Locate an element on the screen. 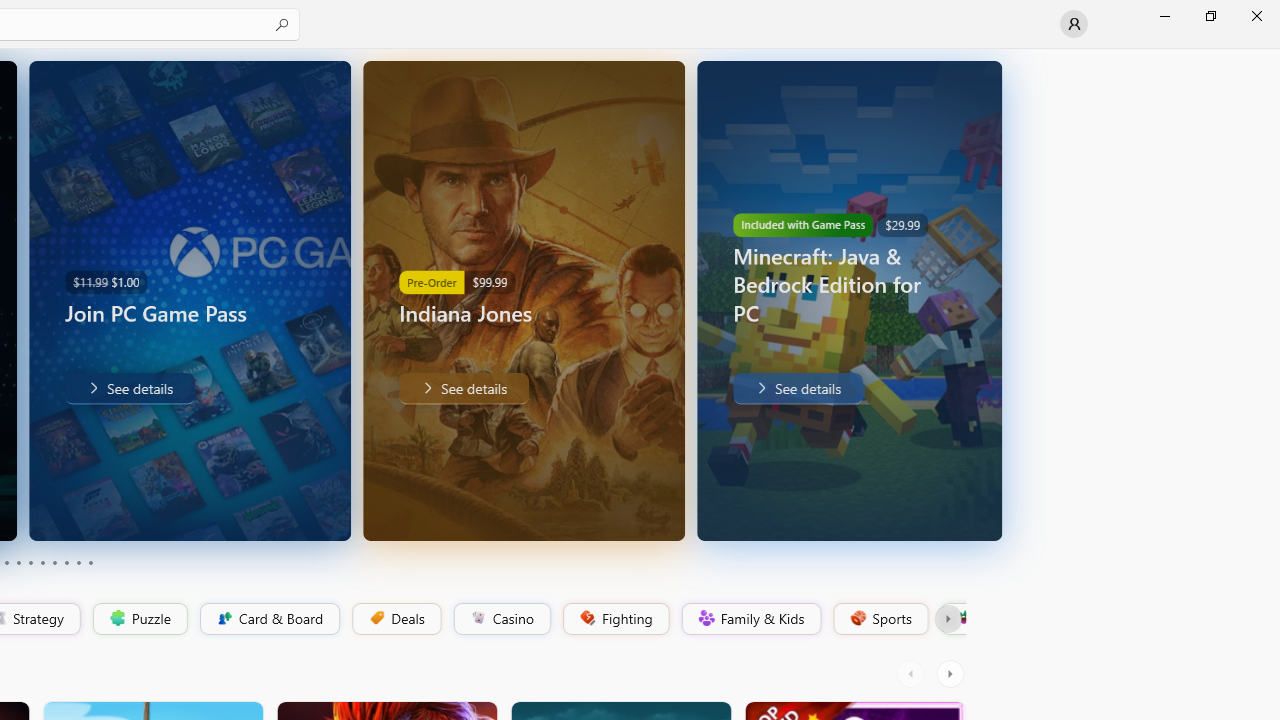  'Puzzle' is located at coordinates (138, 618).